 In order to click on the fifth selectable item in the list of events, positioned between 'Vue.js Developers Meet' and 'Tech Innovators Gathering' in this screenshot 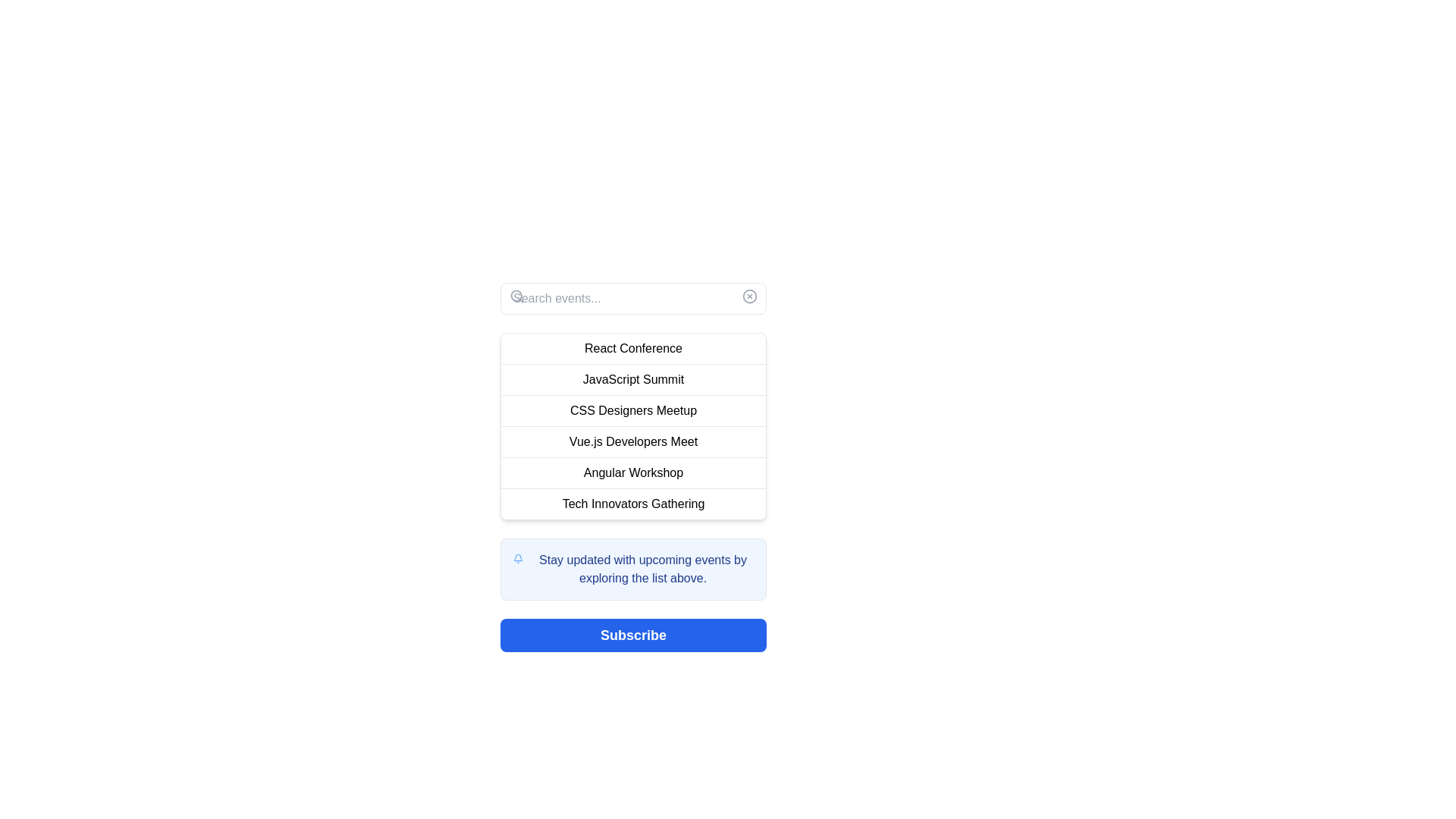, I will do `click(633, 472)`.